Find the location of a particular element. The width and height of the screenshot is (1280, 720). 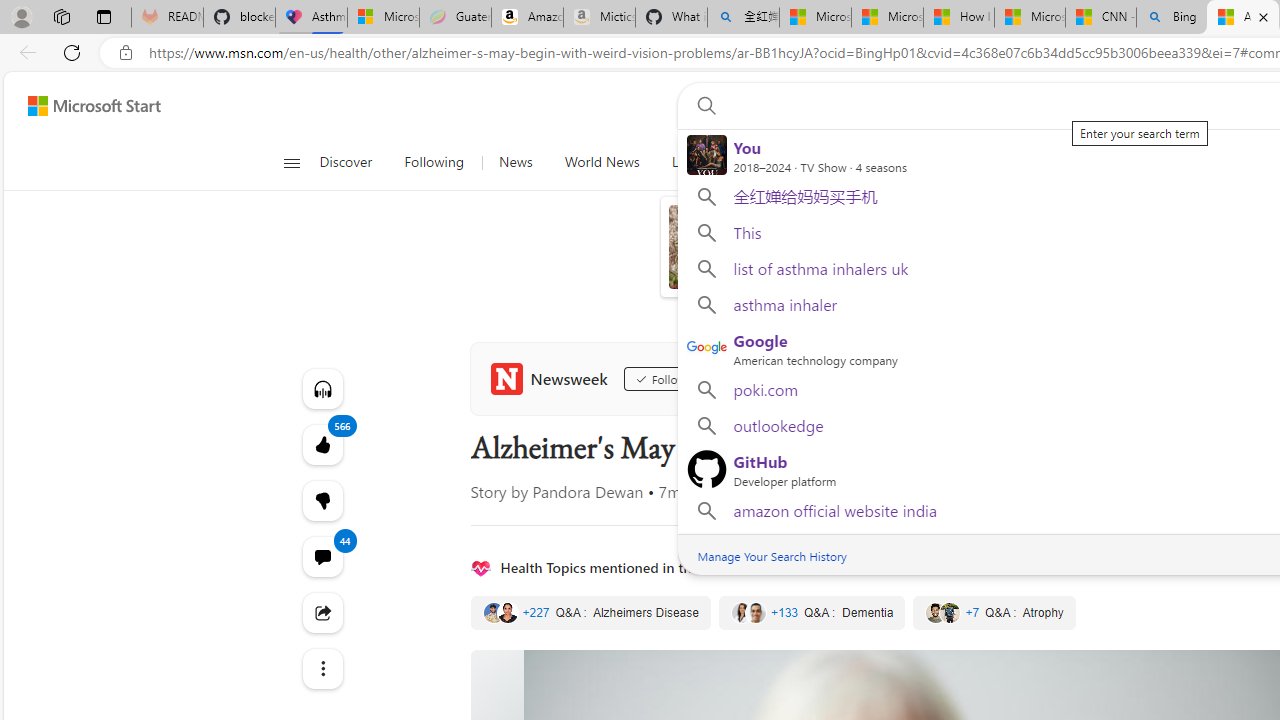

'Science' is located at coordinates (757, 162).